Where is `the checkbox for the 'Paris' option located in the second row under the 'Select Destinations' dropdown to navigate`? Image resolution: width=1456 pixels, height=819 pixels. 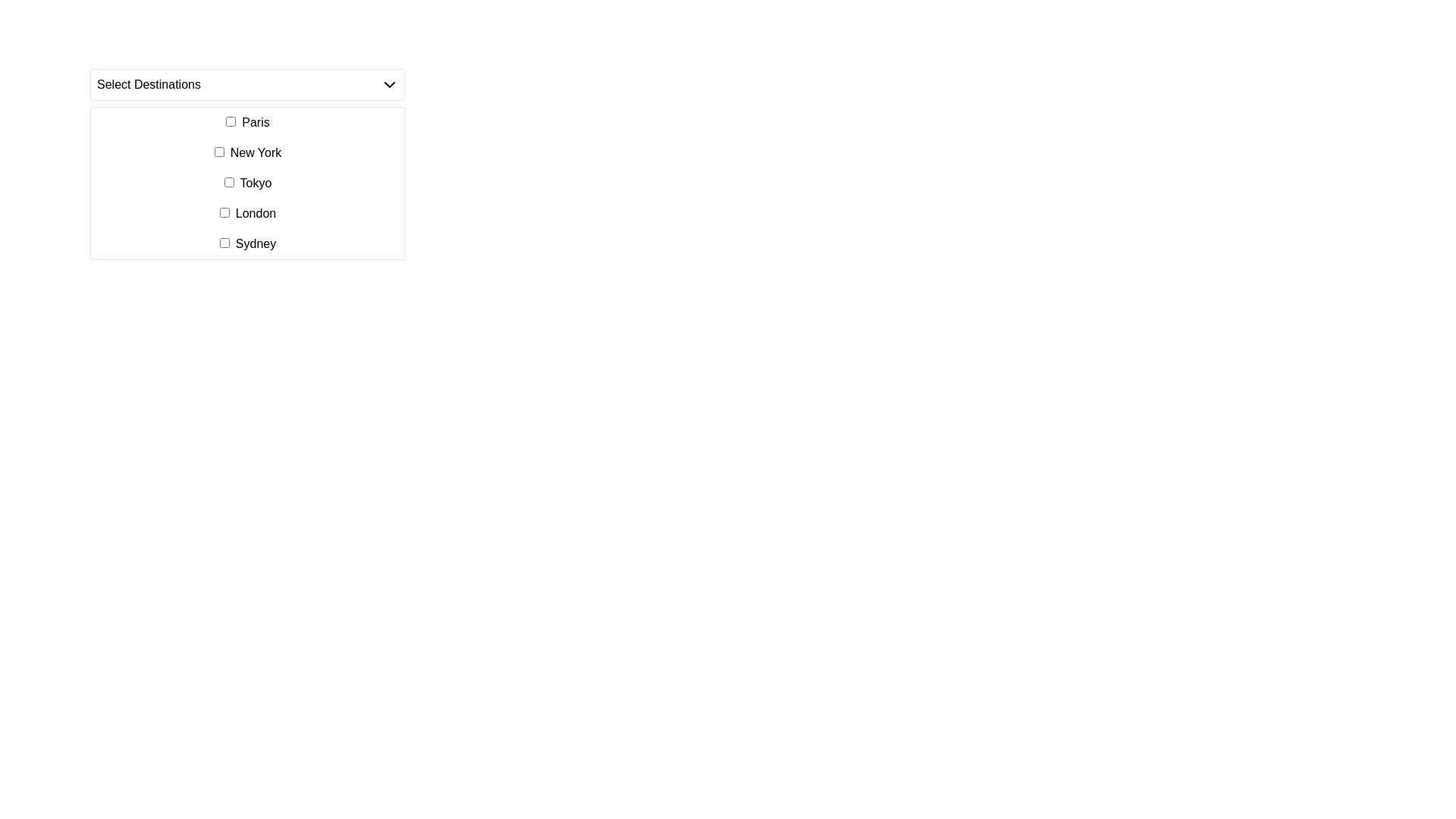
the checkbox for the 'Paris' option located in the second row under the 'Select Destinations' dropdown to navigate is located at coordinates (230, 121).